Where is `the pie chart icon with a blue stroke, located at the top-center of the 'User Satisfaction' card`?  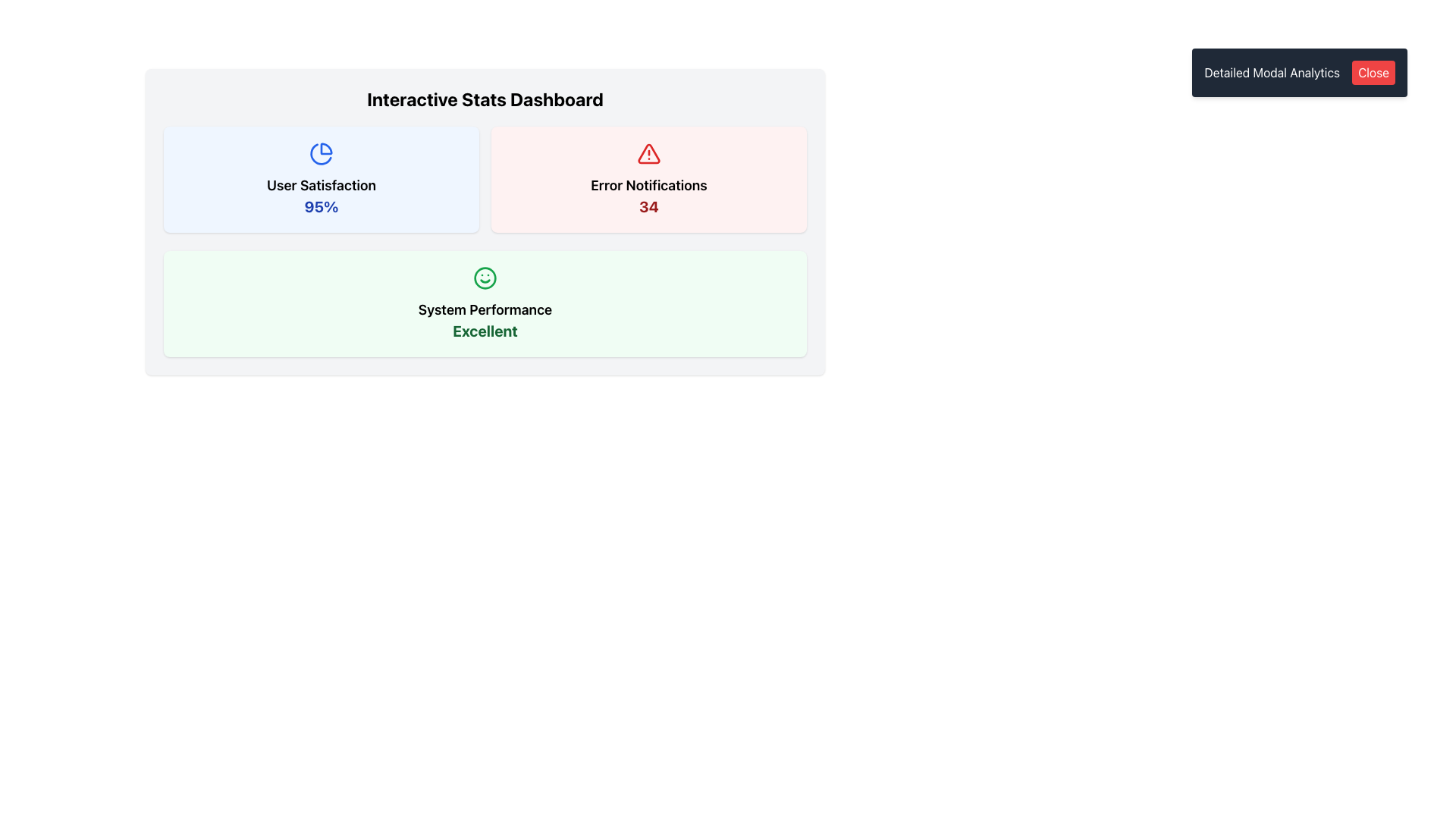 the pie chart icon with a blue stroke, located at the top-center of the 'User Satisfaction' card is located at coordinates (320, 154).